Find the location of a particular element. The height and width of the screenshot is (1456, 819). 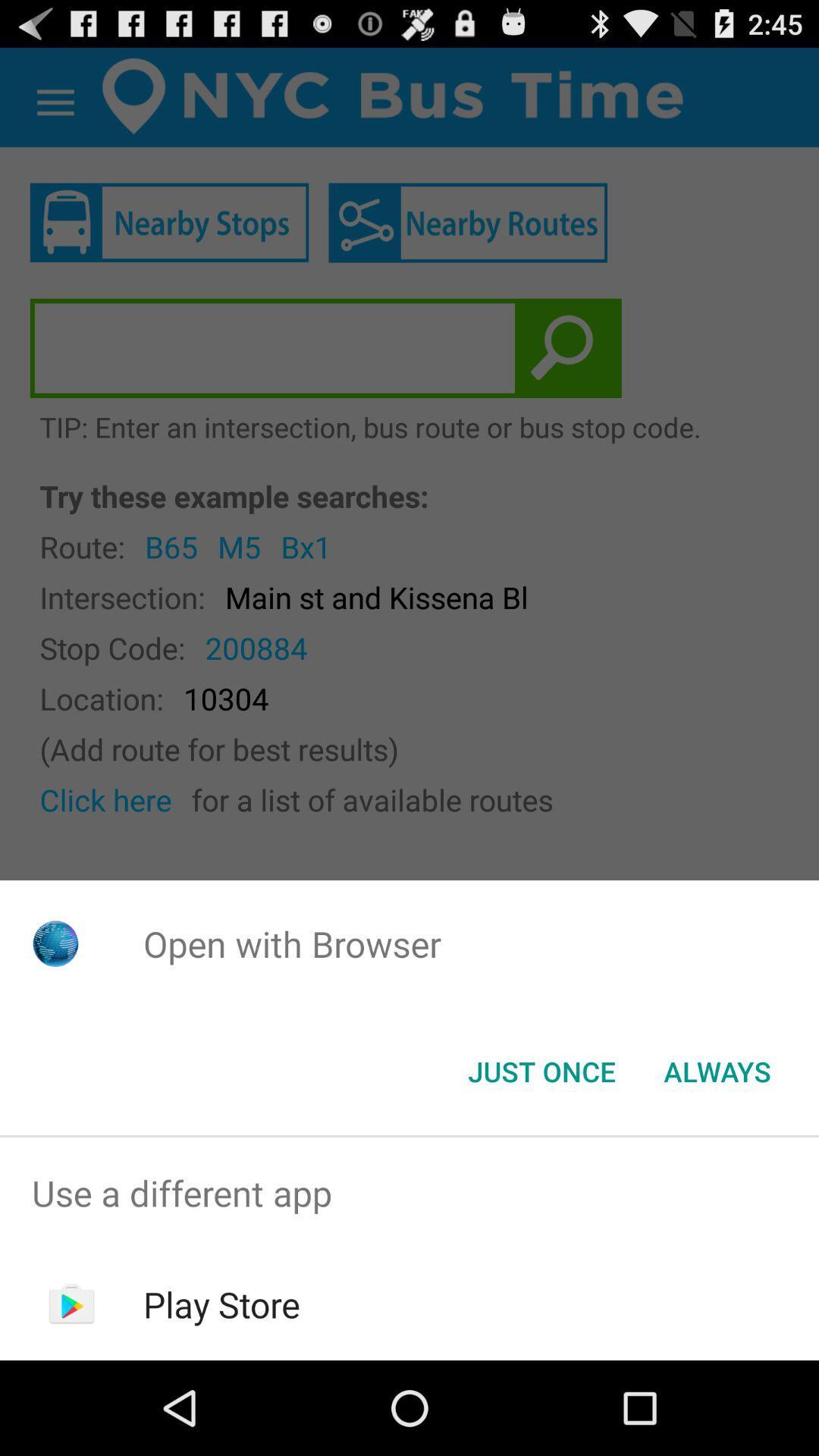

the app below the open with browser app is located at coordinates (717, 1070).